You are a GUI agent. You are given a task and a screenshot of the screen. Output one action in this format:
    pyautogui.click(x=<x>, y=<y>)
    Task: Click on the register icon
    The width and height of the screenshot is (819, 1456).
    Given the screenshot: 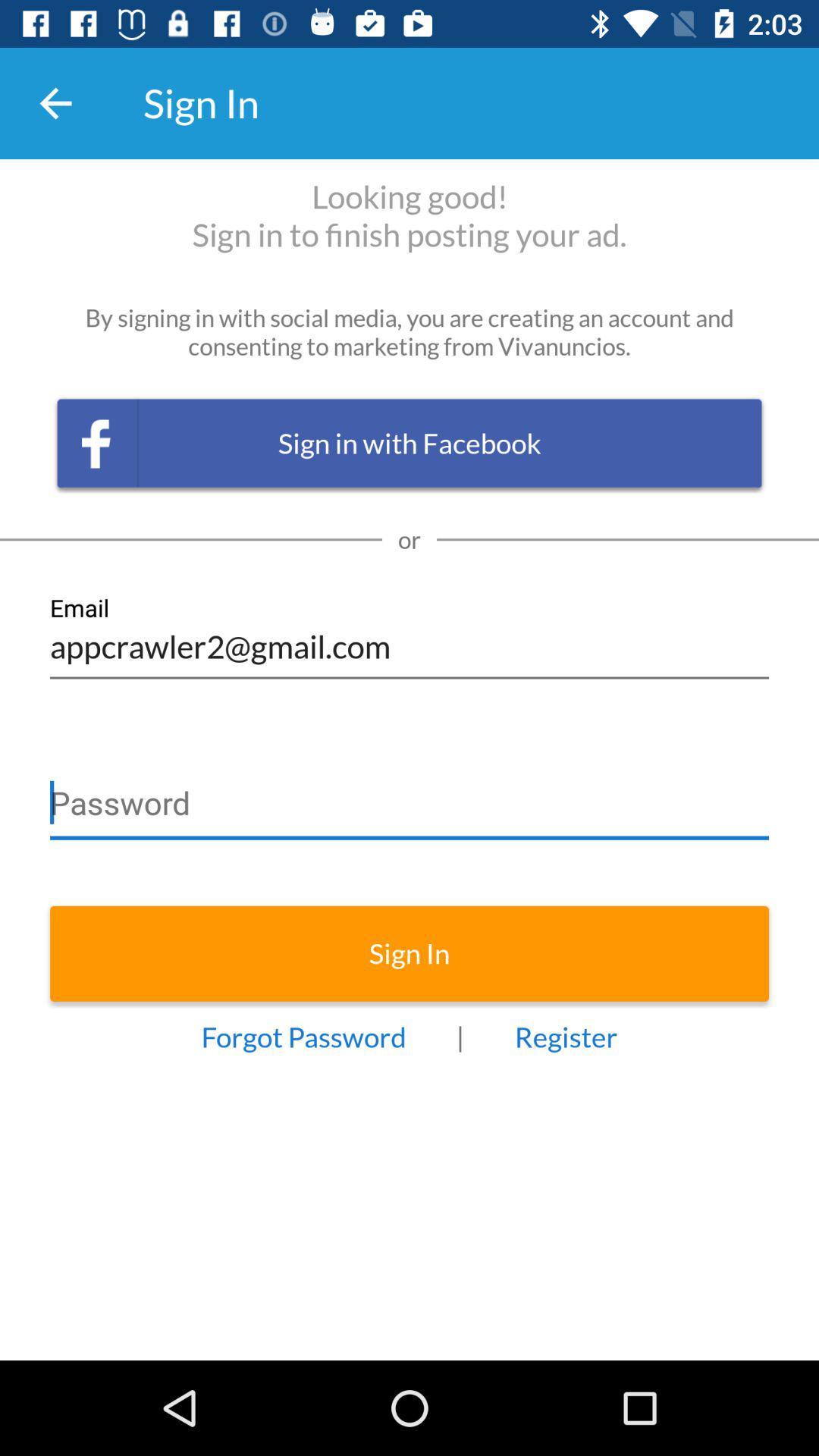 What is the action you would take?
    pyautogui.click(x=566, y=1036)
    